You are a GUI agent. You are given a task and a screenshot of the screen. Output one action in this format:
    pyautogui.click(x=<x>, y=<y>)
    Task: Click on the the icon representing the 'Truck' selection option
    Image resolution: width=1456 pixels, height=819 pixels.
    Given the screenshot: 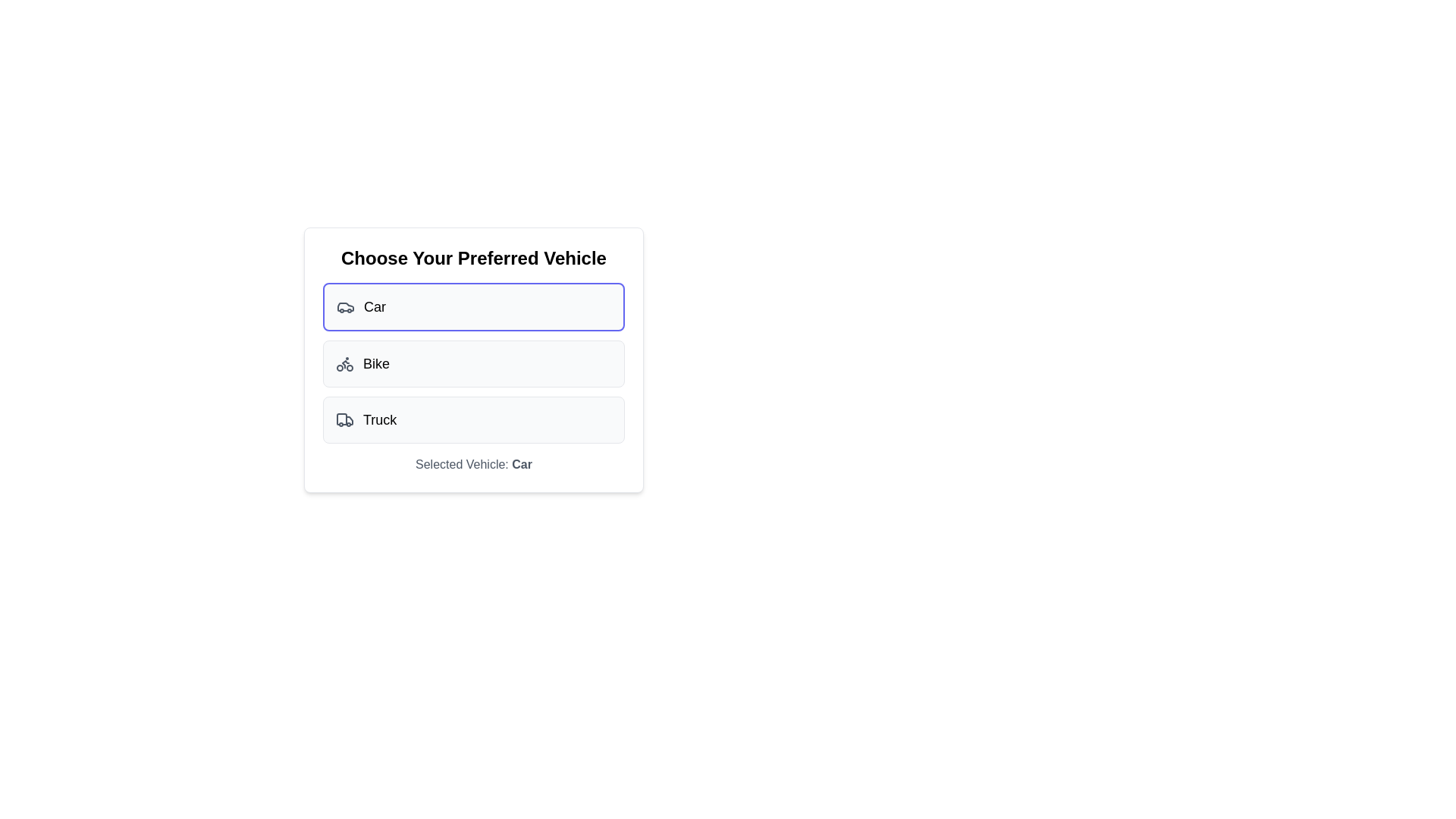 What is the action you would take?
    pyautogui.click(x=344, y=420)
    